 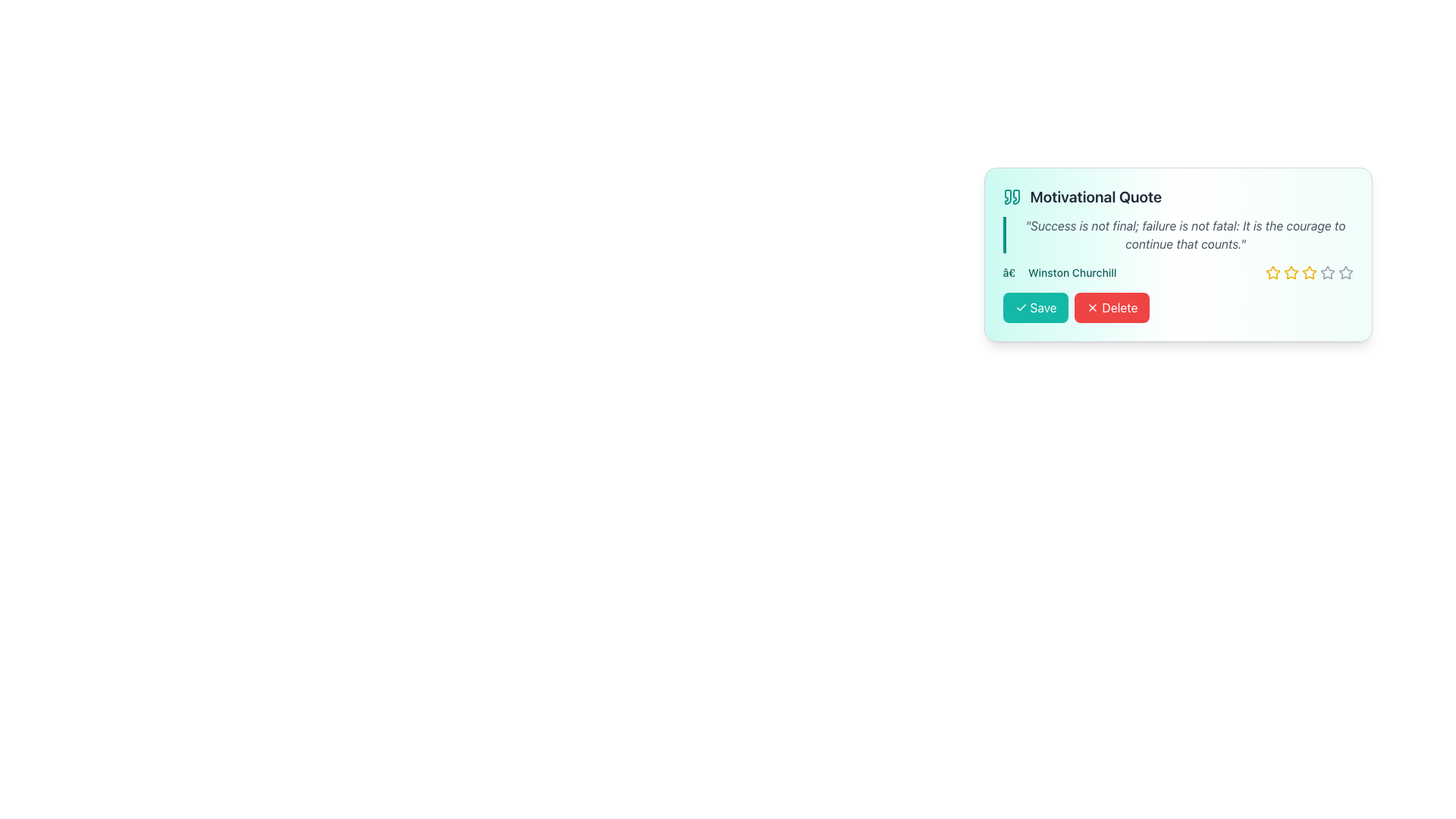 I want to click on the delete button located immediately to the right of the 'Save' button at the bottom of the card, so click(x=1112, y=307).